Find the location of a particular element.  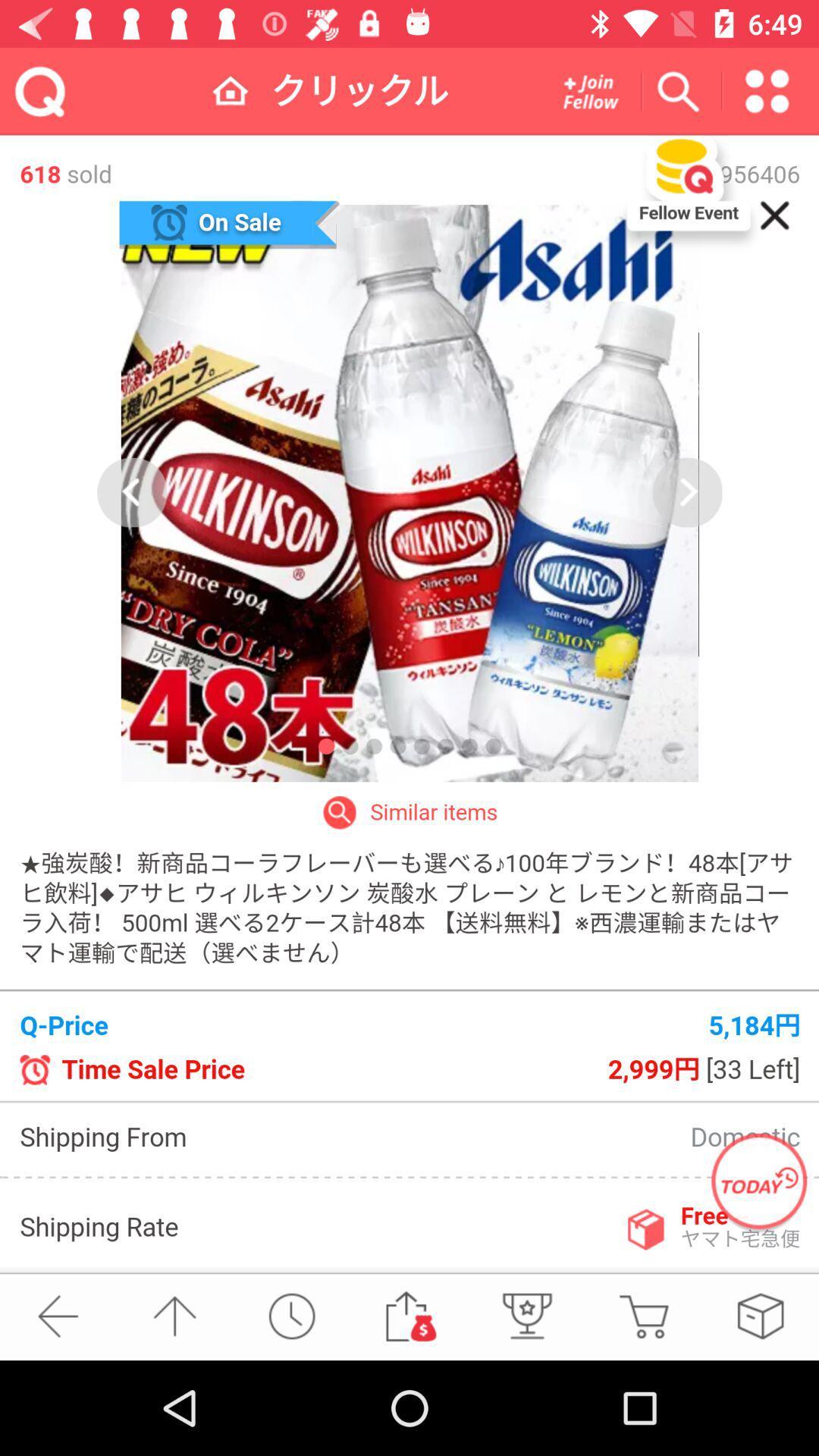

the arrow_upward icon is located at coordinates (174, 1315).